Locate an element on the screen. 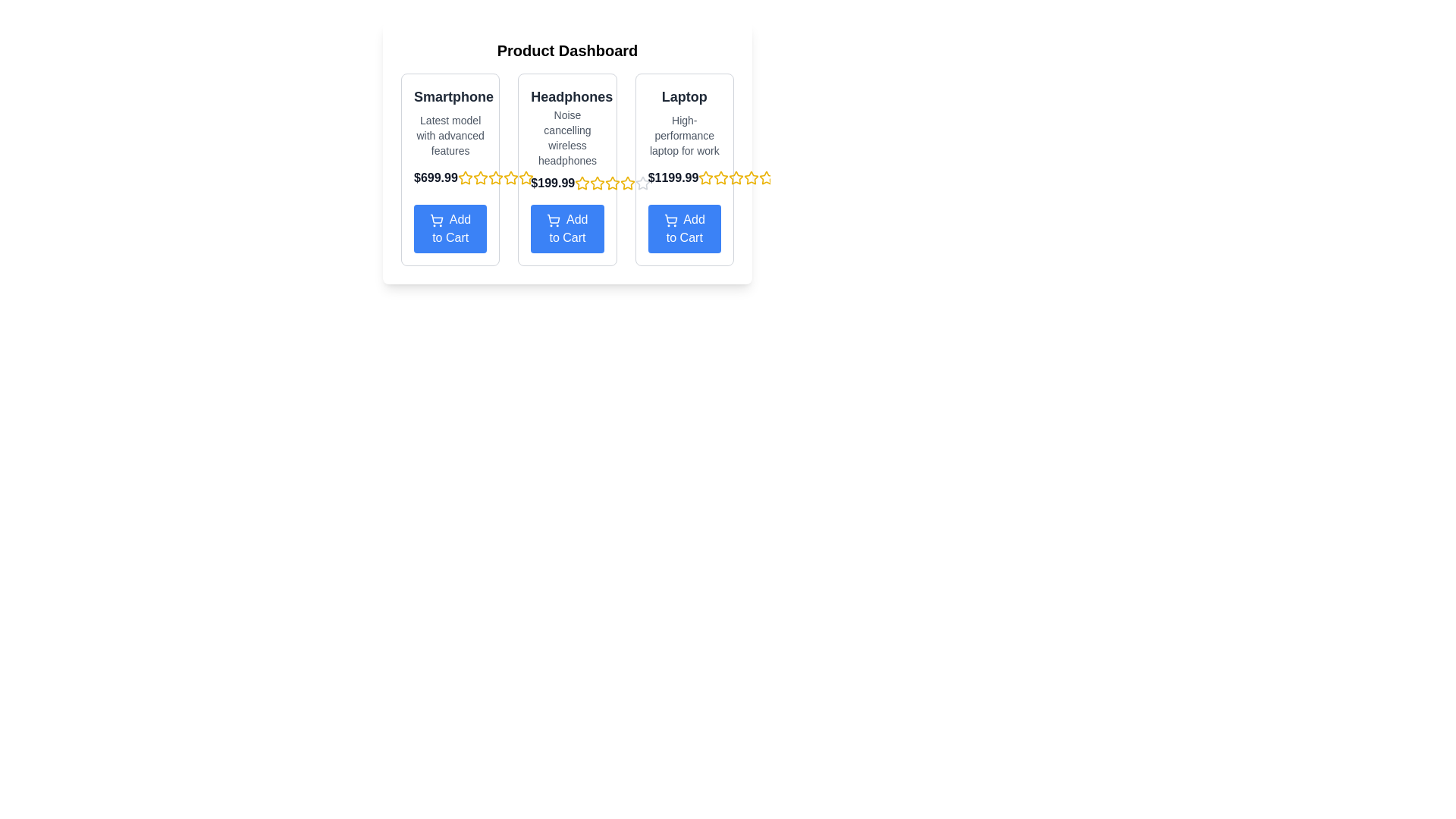 The image size is (1456, 819). the seventh rating star icon, which is a yellow star with a white border located beneath the price of the 'Laptop' card in the 'Product Dashboard' section is located at coordinates (736, 177).